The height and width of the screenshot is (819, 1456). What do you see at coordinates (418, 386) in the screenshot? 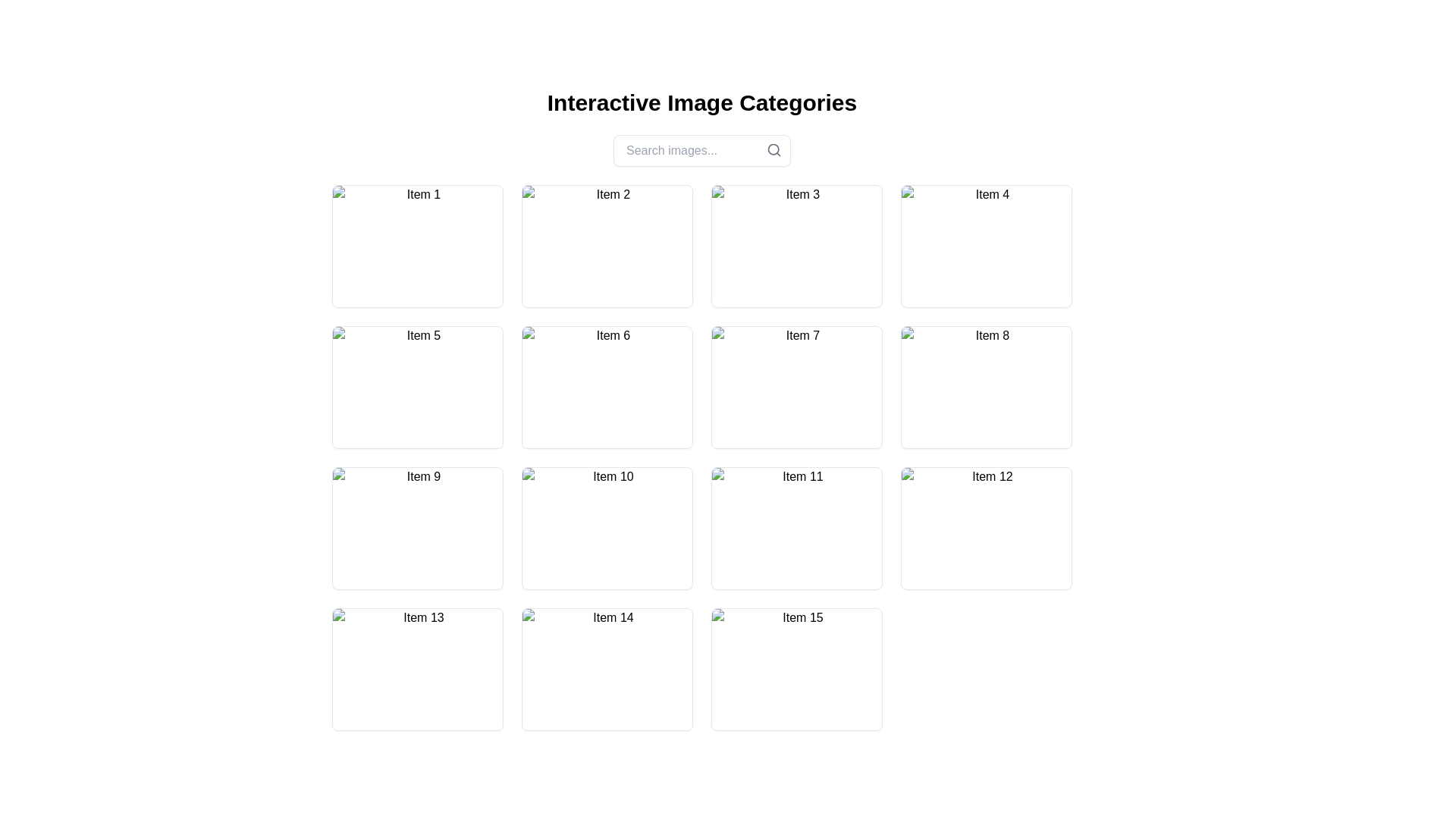
I see `the thumbnail image located in the fifth position of a grid layout, specifically the first placeholder in the second row` at bounding box center [418, 386].